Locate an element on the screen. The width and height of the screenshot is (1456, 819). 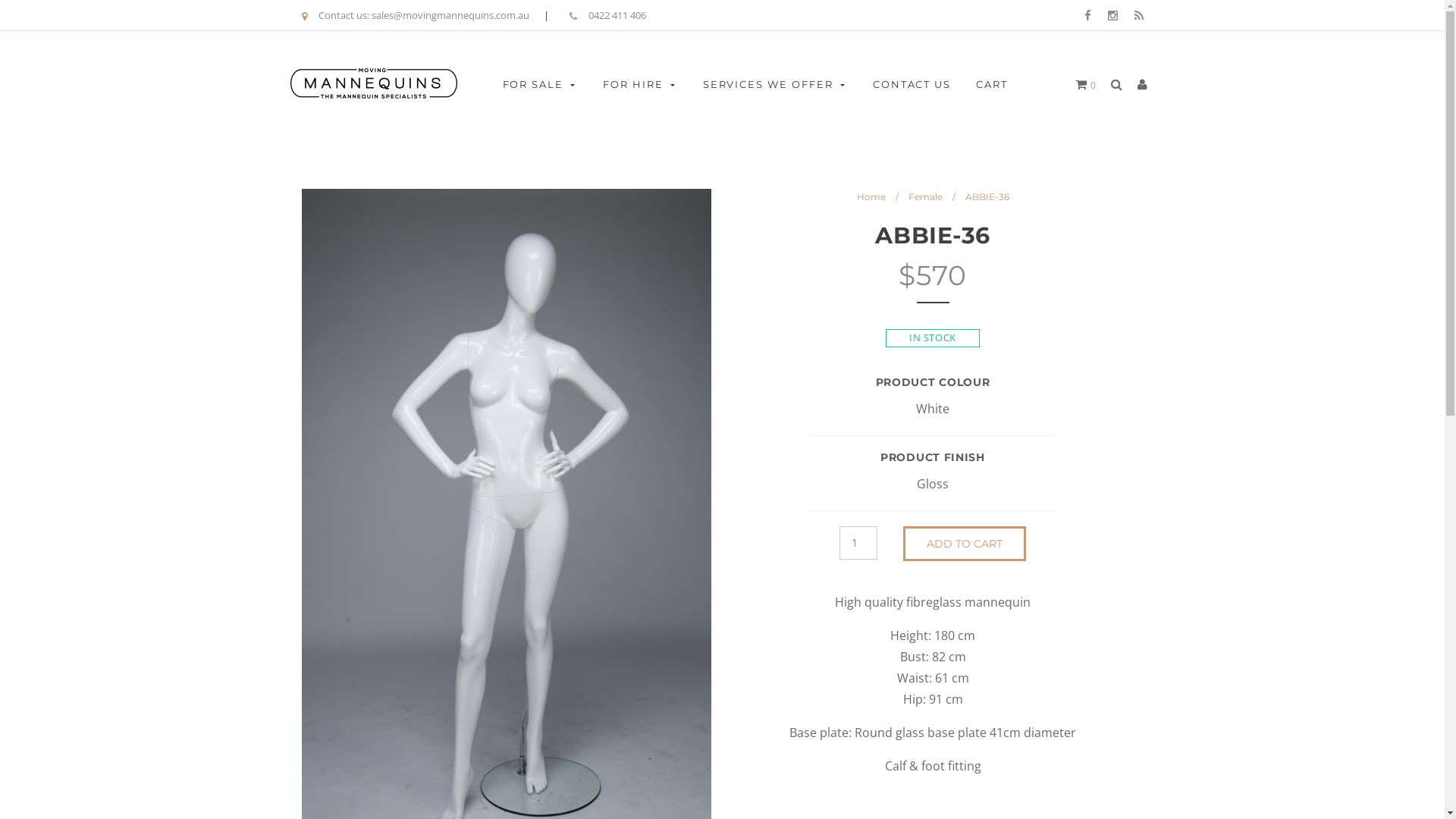
'FOR SALE' is located at coordinates (539, 84).